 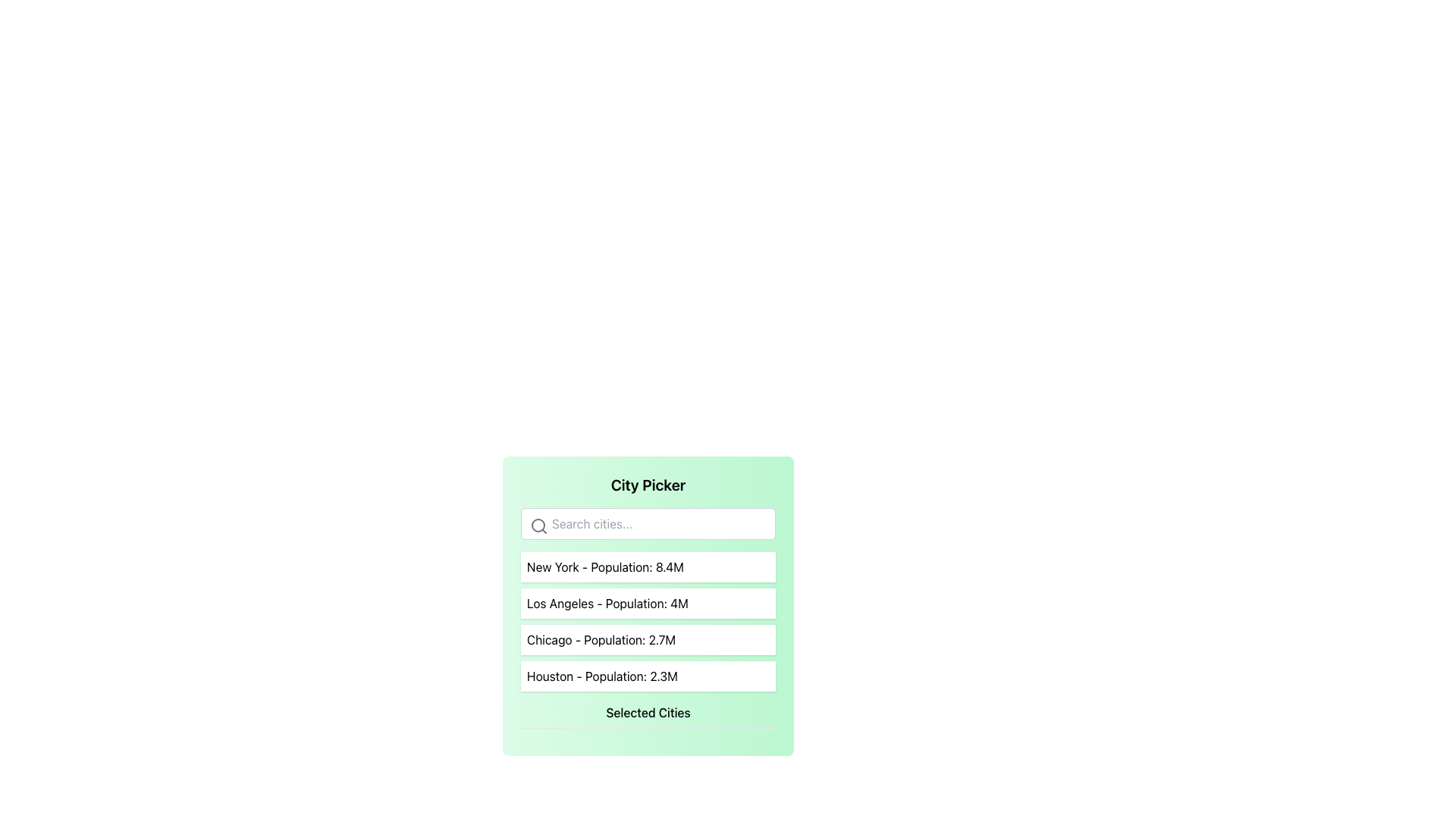 What do you see at coordinates (648, 567) in the screenshot?
I see `the first Informational List Item displaying 'New York - Population: 8.4M'` at bounding box center [648, 567].